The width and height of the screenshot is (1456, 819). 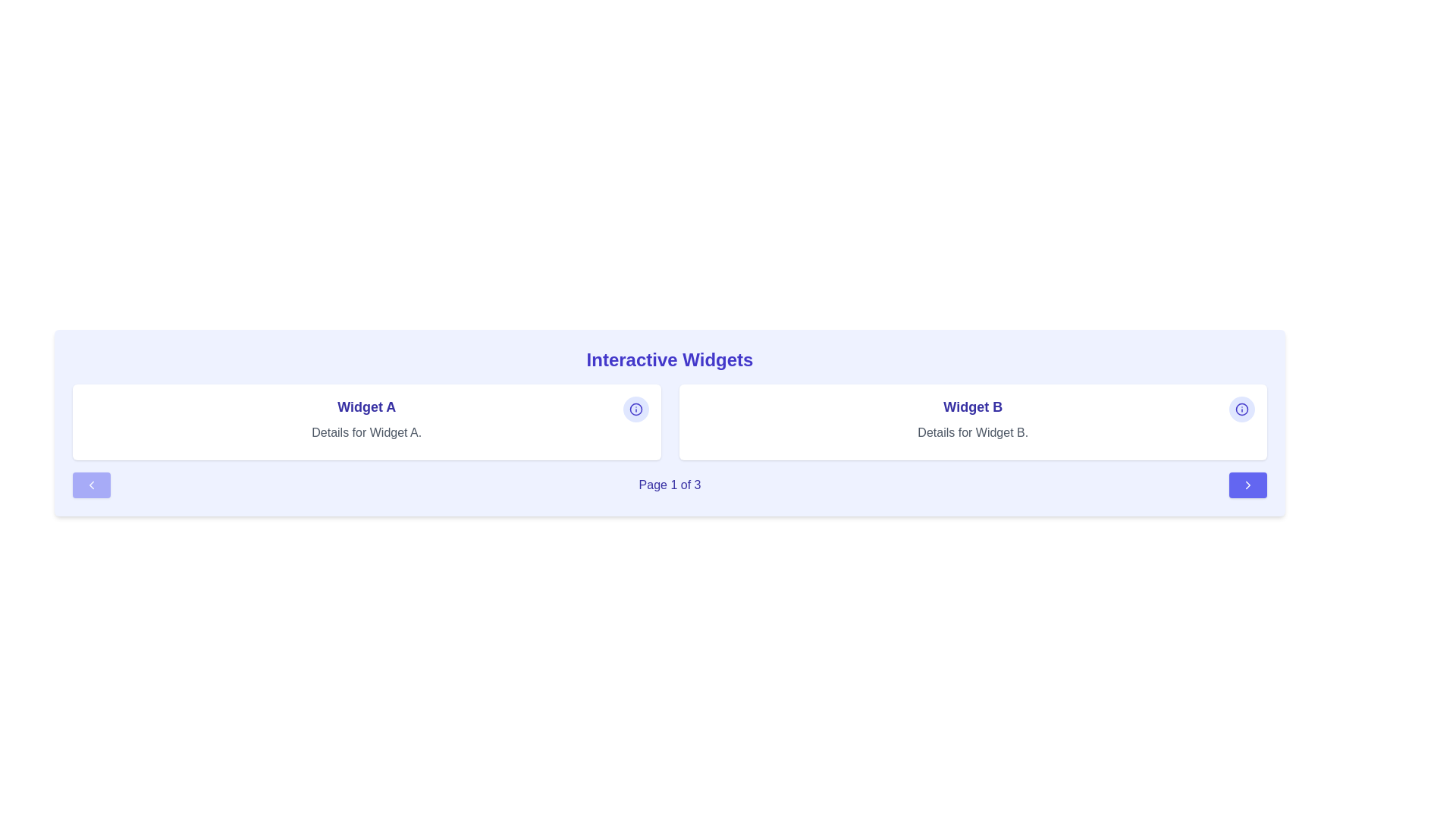 I want to click on the prominently styled text label 'Widget A' which is bold and indigo-colored, positioned above the description 'Details for Widget A' in a card-like layout, so click(x=366, y=406).